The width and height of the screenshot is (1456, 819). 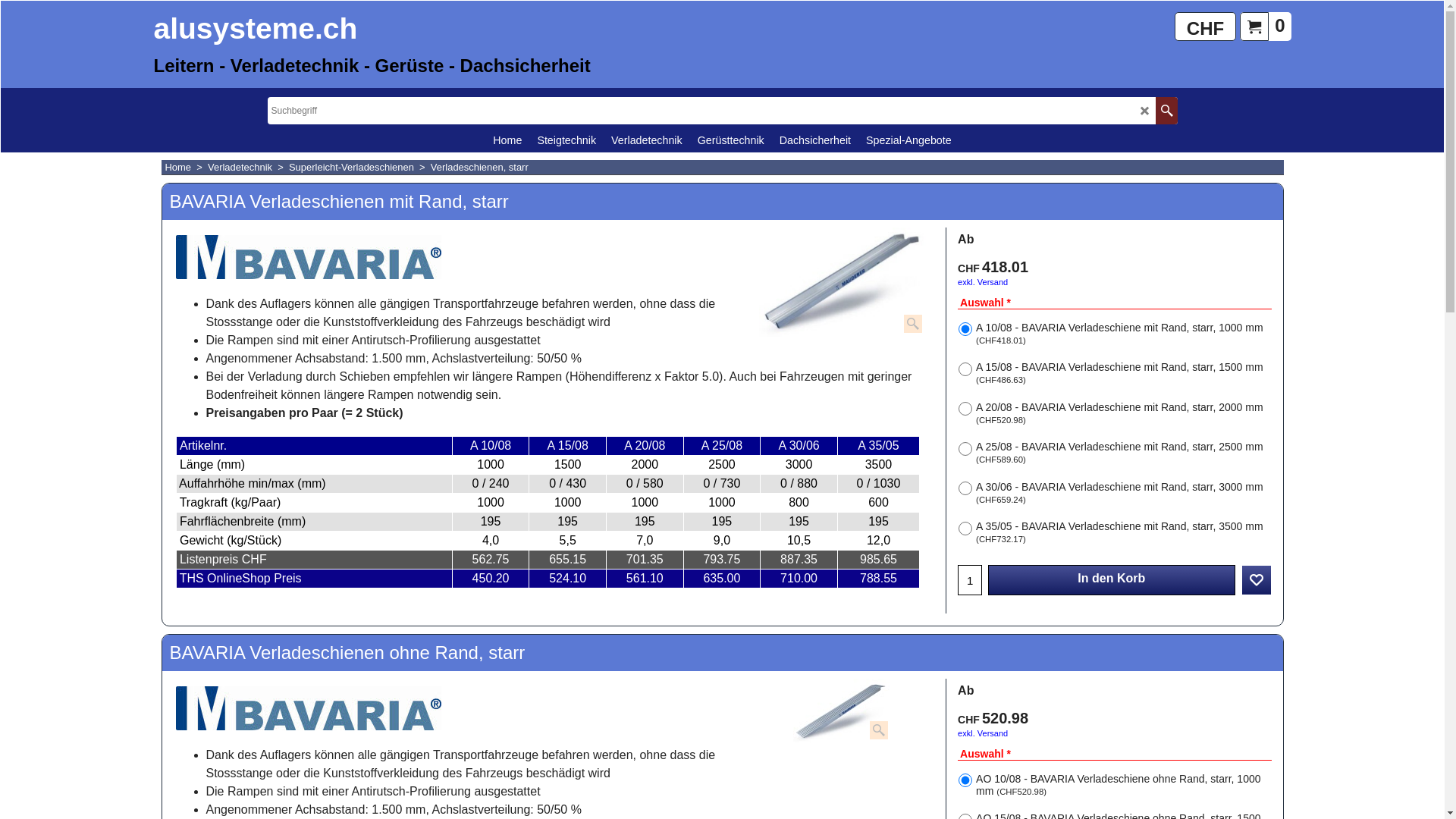 What do you see at coordinates (814, 140) in the screenshot?
I see `'Dachsicherheit'` at bounding box center [814, 140].